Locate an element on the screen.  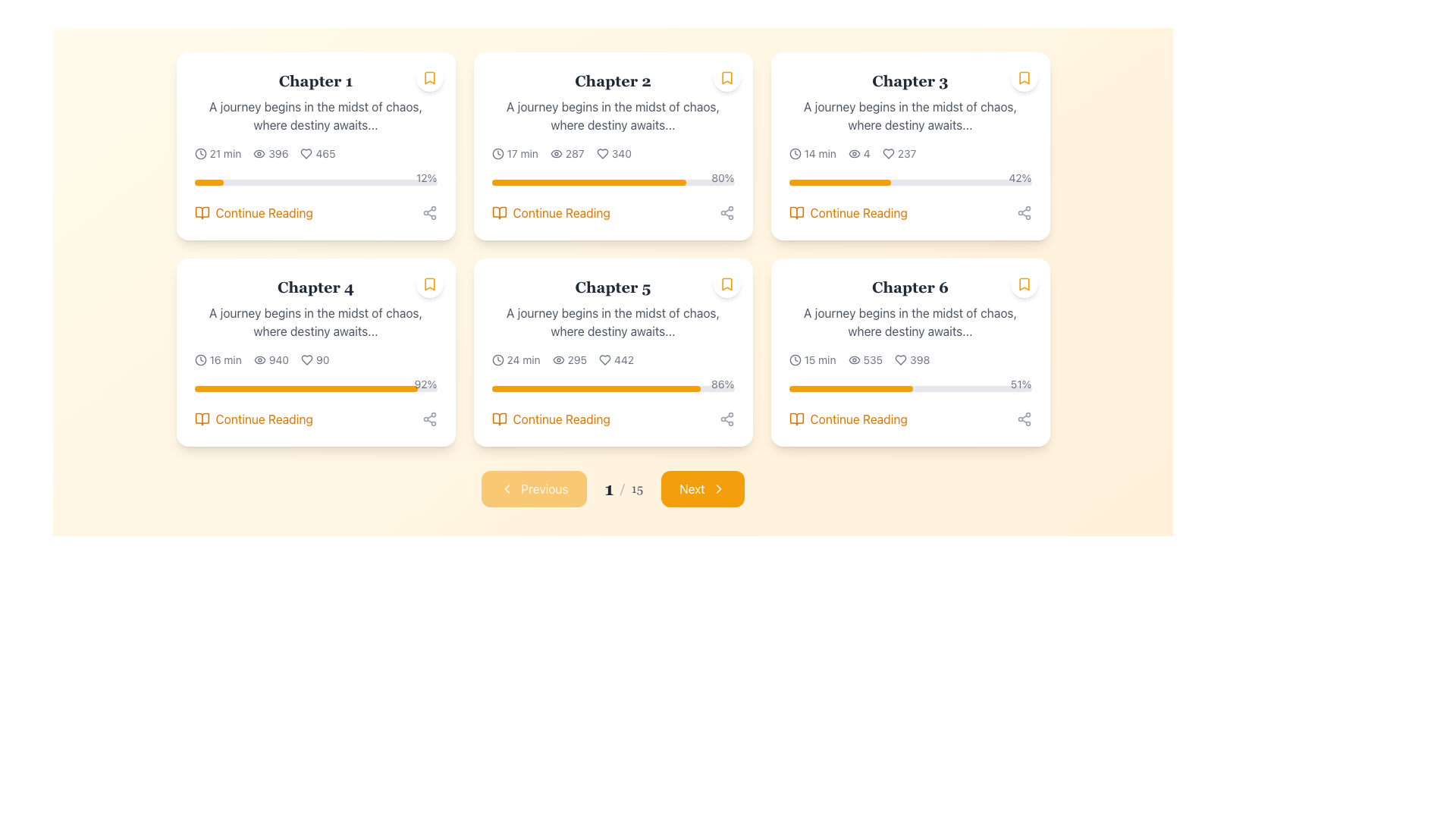
the numerical text '398' displayed in gray color next to the heart icon, located in the lower-right corner of the 'Chapter 6' card interface is located at coordinates (919, 359).